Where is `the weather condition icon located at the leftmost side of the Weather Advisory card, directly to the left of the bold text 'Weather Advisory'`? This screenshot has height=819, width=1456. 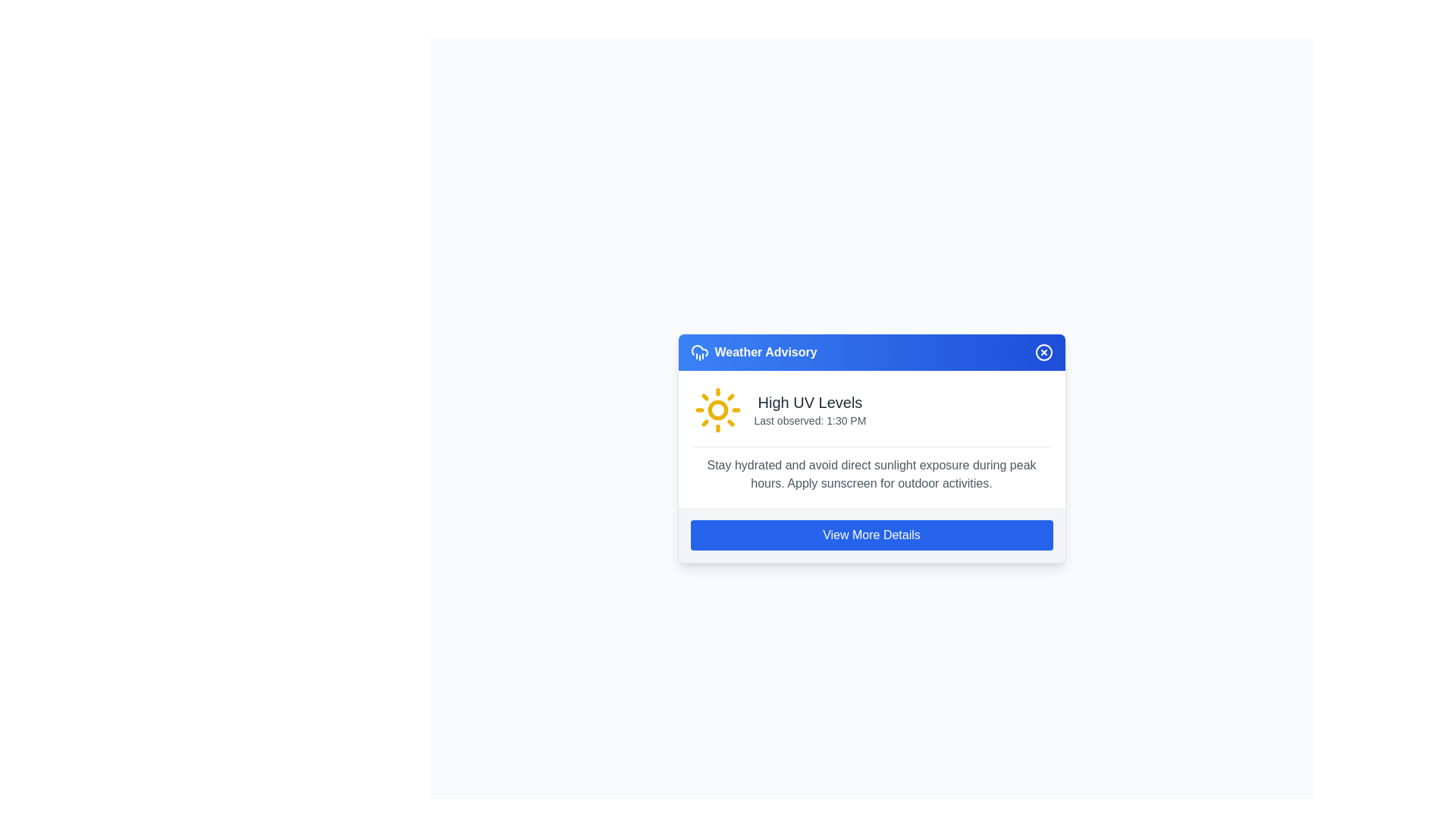
the weather condition icon located at the leftmost side of the Weather Advisory card, directly to the left of the bold text 'Weather Advisory' is located at coordinates (698, 352).